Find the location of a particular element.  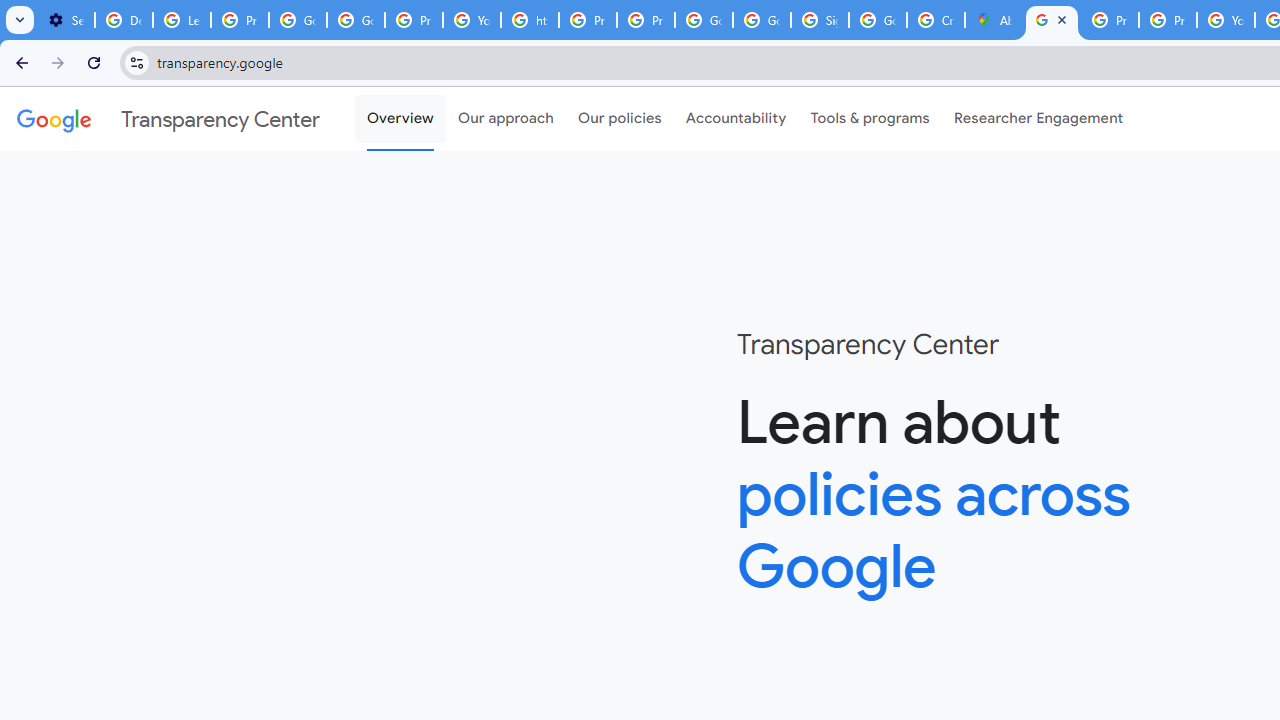

'Delete photos & videos - Computer - Google Photos Help' is located at coordinates (123, 20).